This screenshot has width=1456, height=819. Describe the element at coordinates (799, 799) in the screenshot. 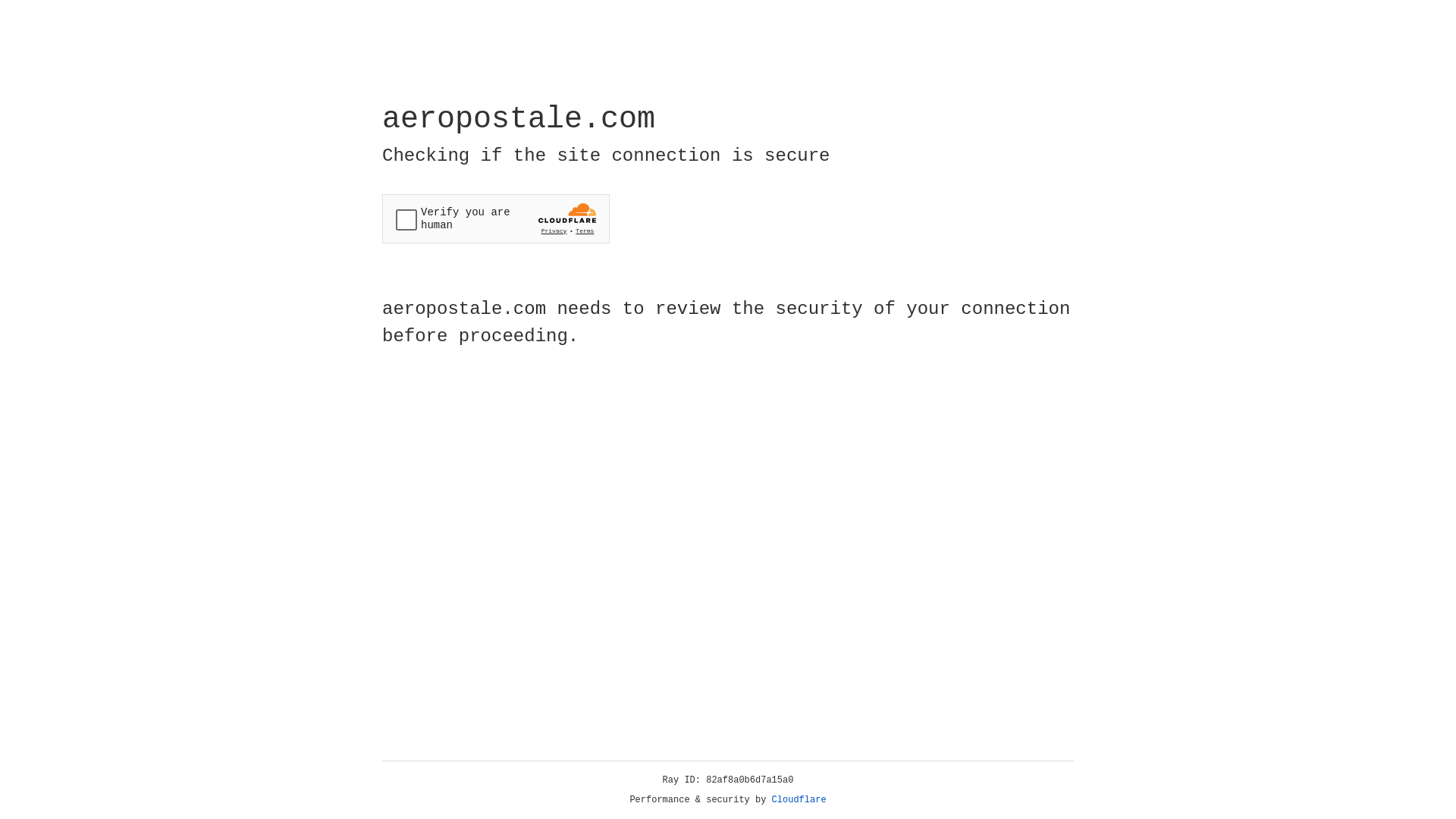

I see `'Cloudflare'` at that location.